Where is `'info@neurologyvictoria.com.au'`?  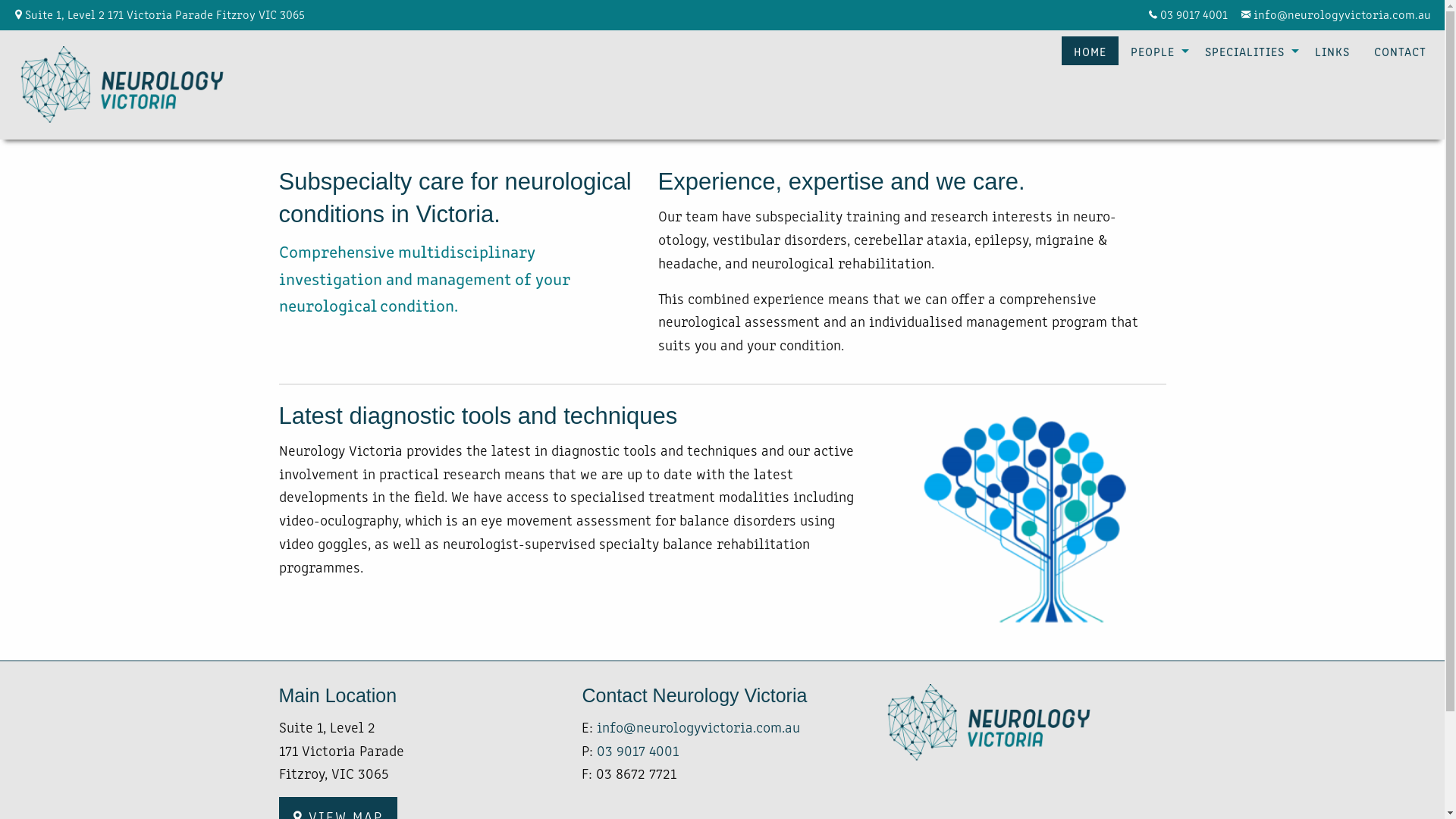 'info@neurologyvictoria.com.au' is located at coordinates (698, 725).